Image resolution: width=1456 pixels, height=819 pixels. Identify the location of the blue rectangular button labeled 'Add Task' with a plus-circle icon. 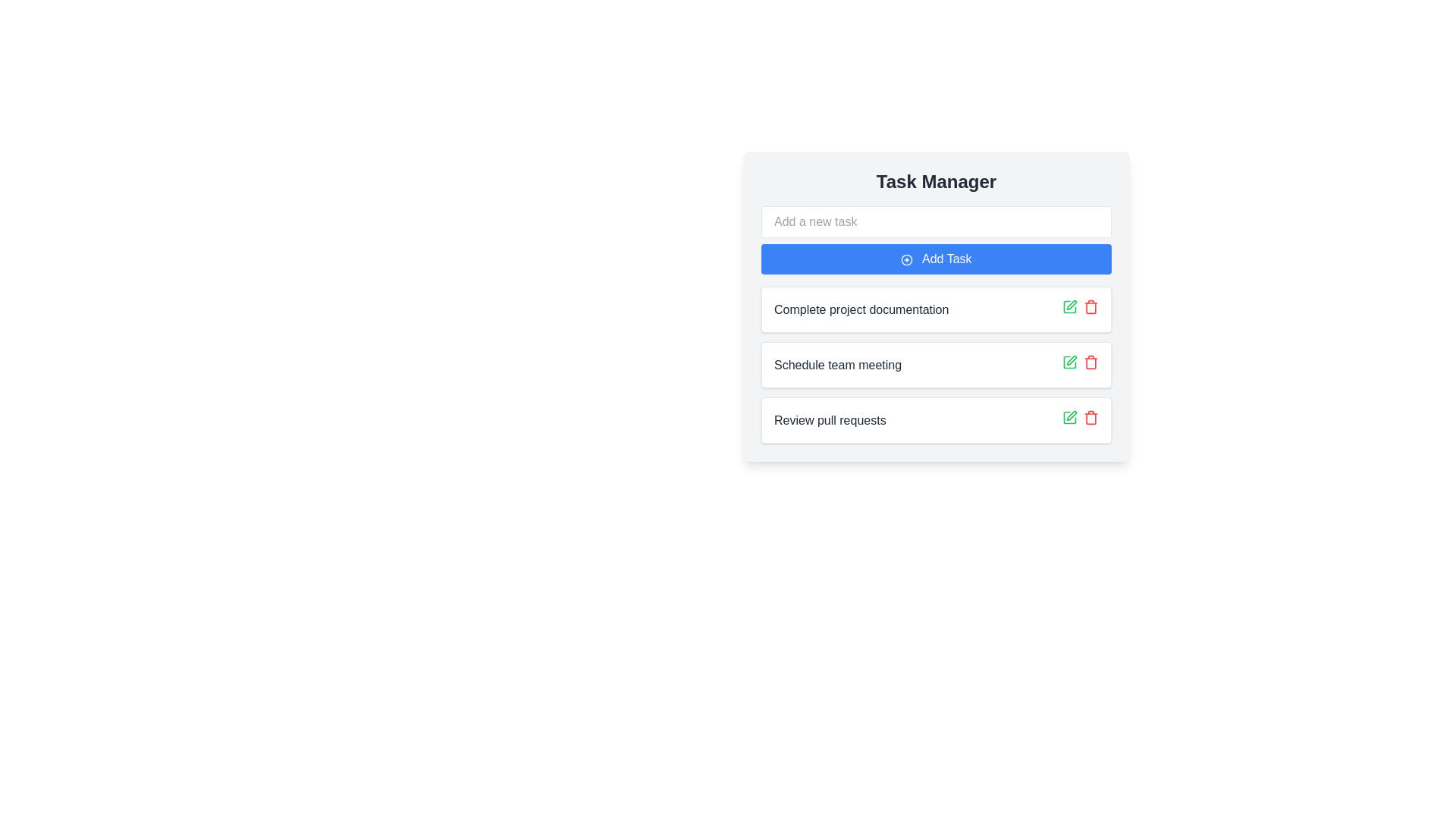
(935, 259).